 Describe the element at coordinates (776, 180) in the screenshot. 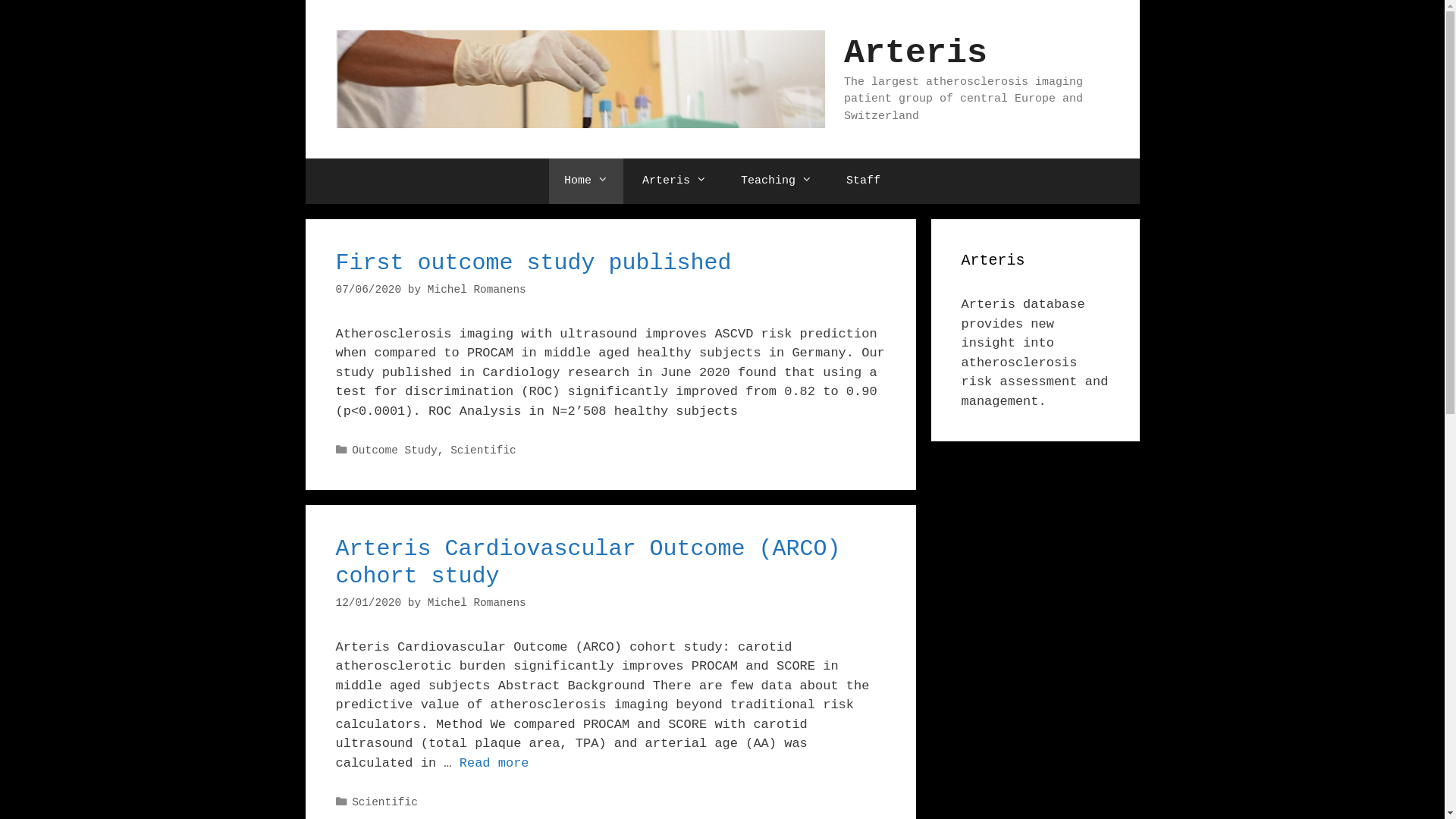

I see `'Teaching'` at that location.